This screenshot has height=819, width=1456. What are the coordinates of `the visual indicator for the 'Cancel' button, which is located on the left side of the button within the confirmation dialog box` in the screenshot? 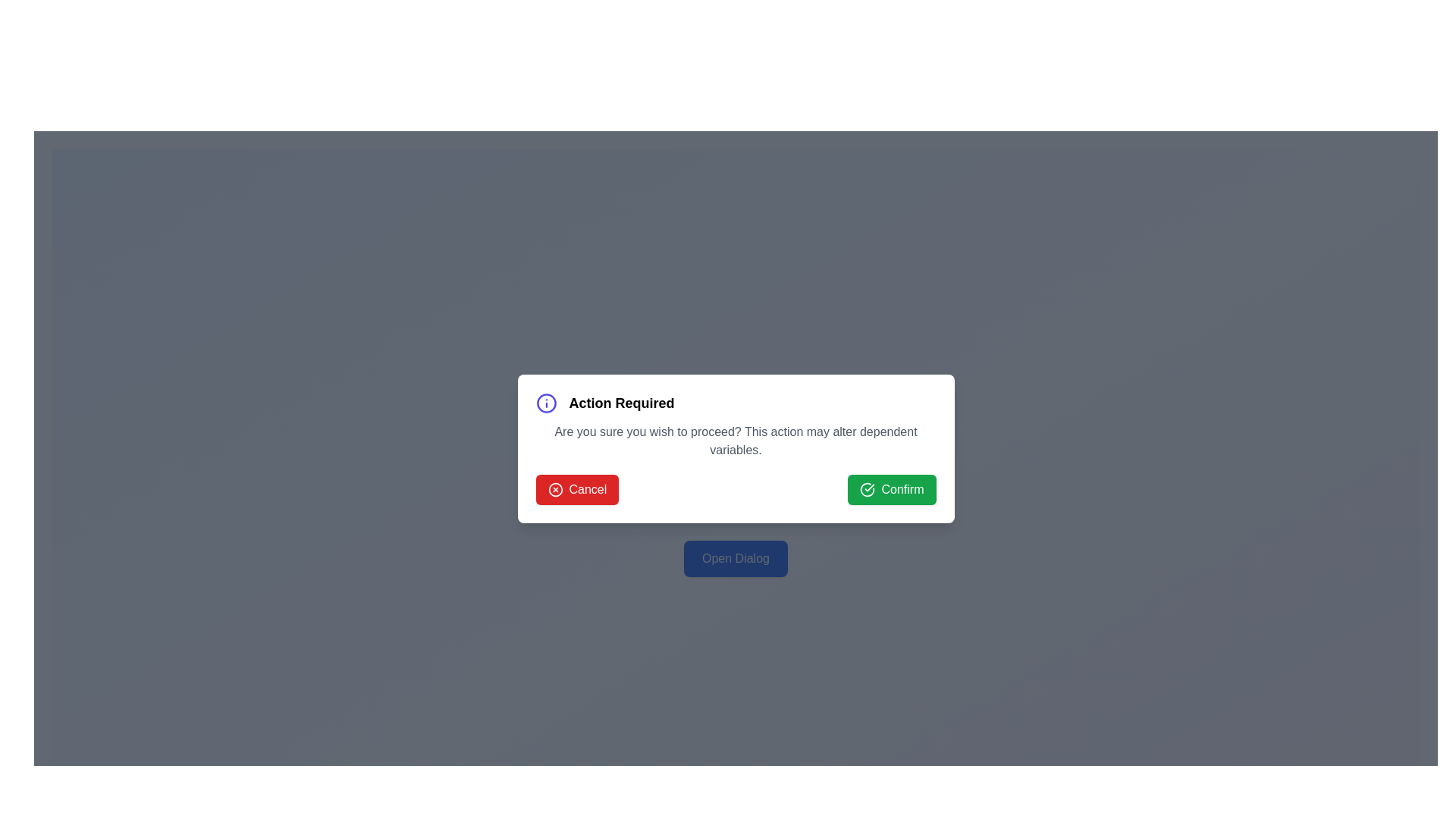 It's located at (554, 489).